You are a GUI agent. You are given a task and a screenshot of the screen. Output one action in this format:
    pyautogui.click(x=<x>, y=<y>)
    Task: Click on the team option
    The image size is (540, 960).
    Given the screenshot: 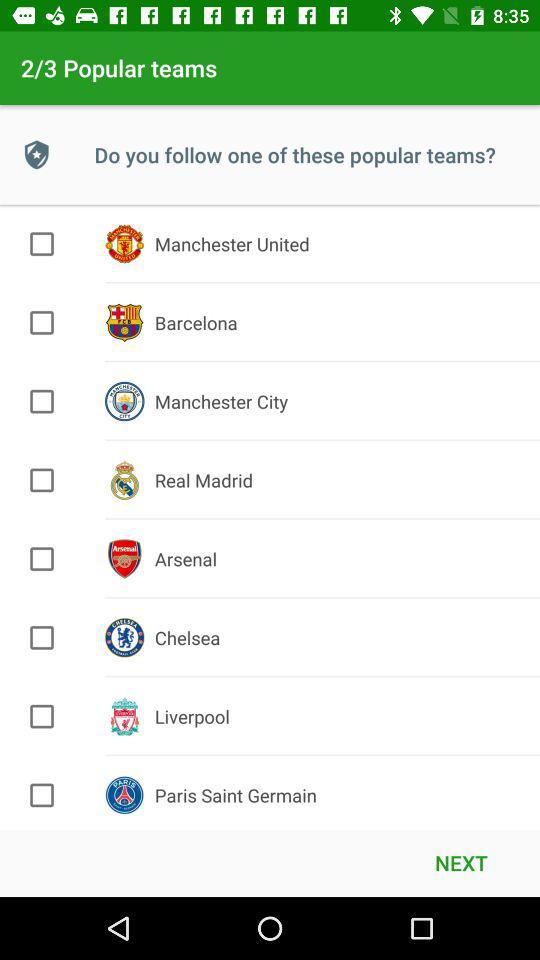 What is the action you would take?
    pyautogui.click(x=42, y=400)
    